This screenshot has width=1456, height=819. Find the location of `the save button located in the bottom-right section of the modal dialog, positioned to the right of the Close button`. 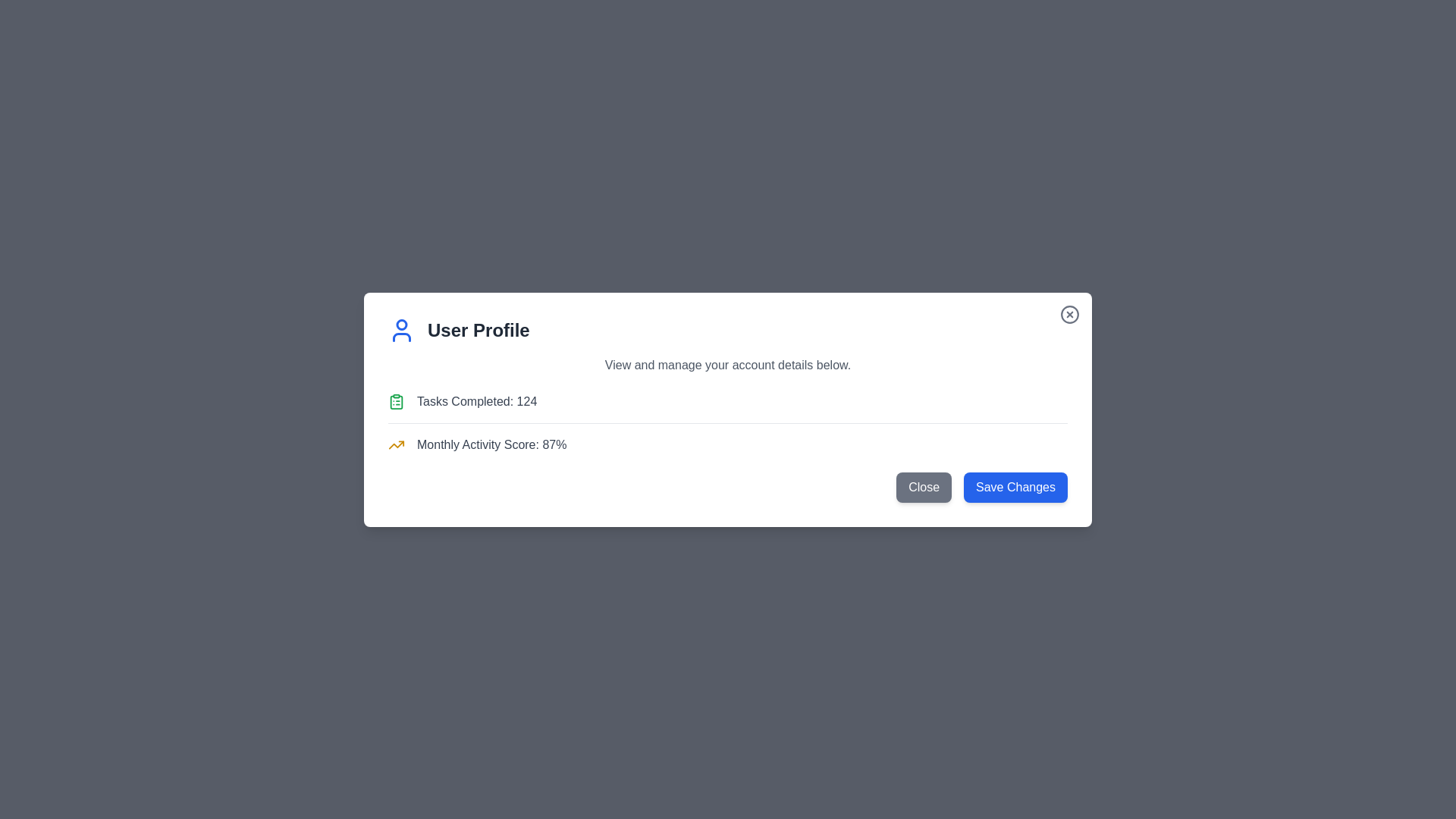

the save button located in the bottom-right section of the modal dialog, positioned to the right of the Close button is located at coordinates (1015, 487).